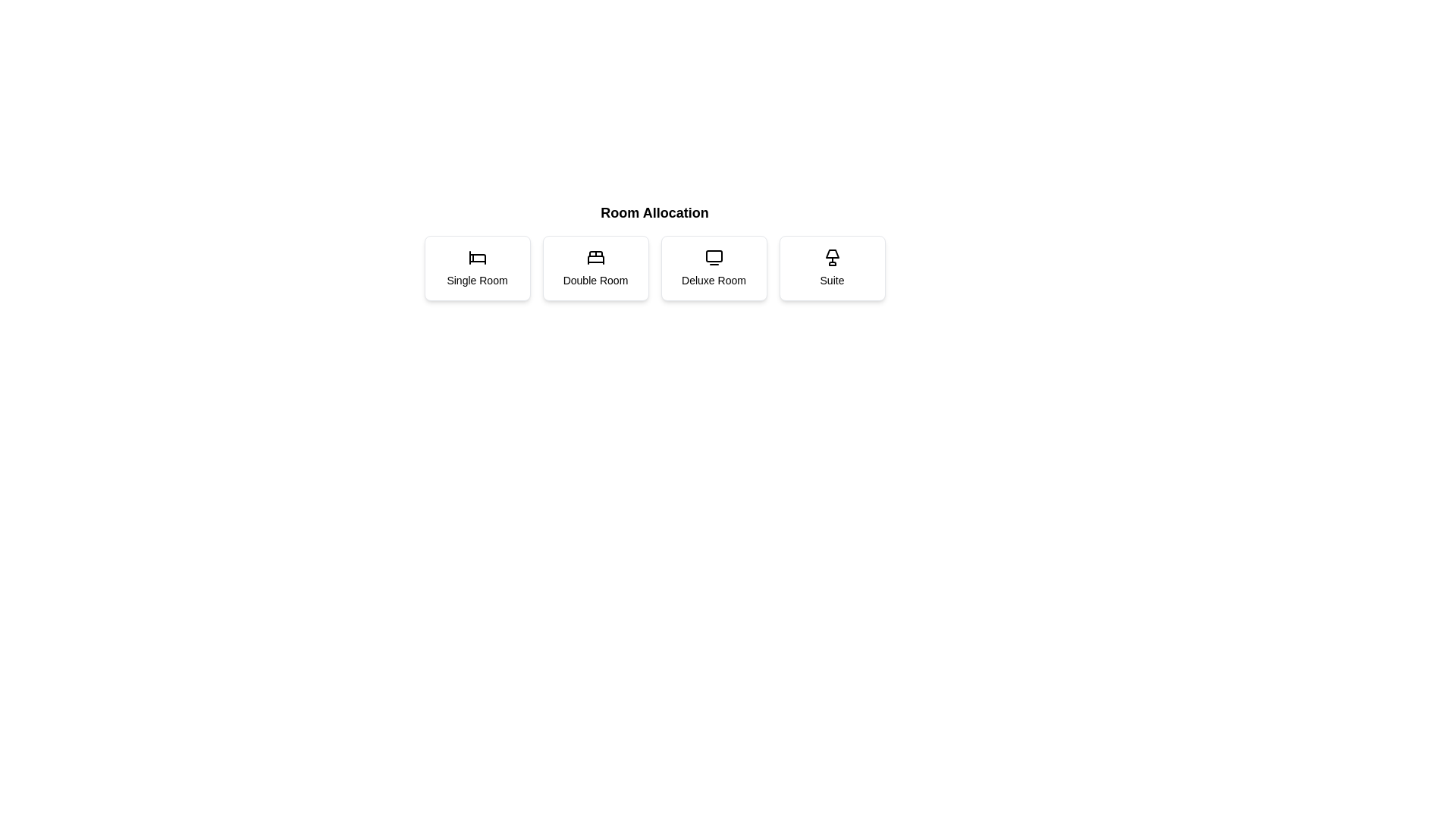  I want to click on the button corresponding to the room type Double Room, so click(595, 268).